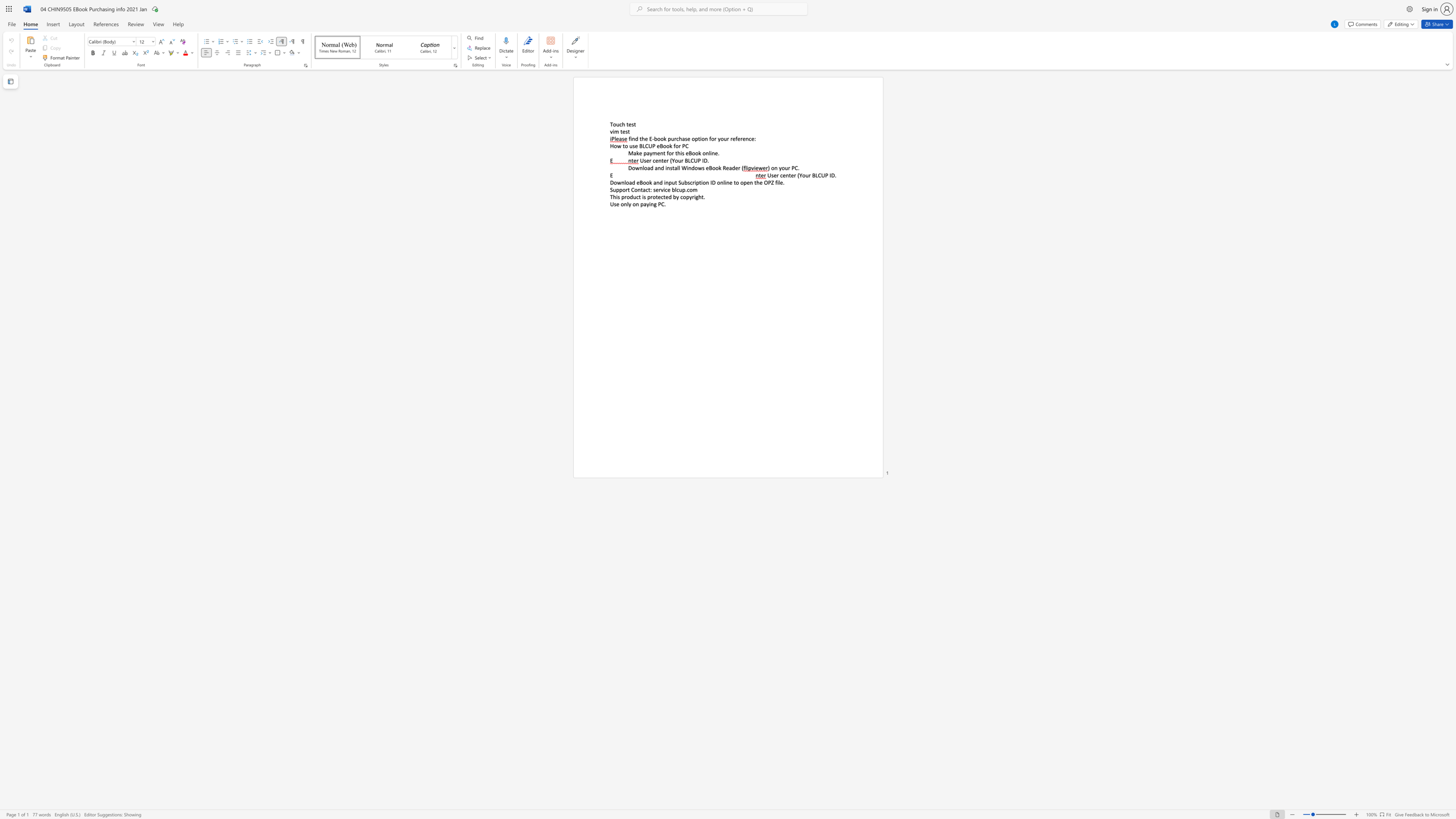 The image size is (1456, 819). What do you see at coordinates (613, 124) in the screenshot?
I see `the subset text "ou" within the text "Touch test"` at bounding box center [613, 124].